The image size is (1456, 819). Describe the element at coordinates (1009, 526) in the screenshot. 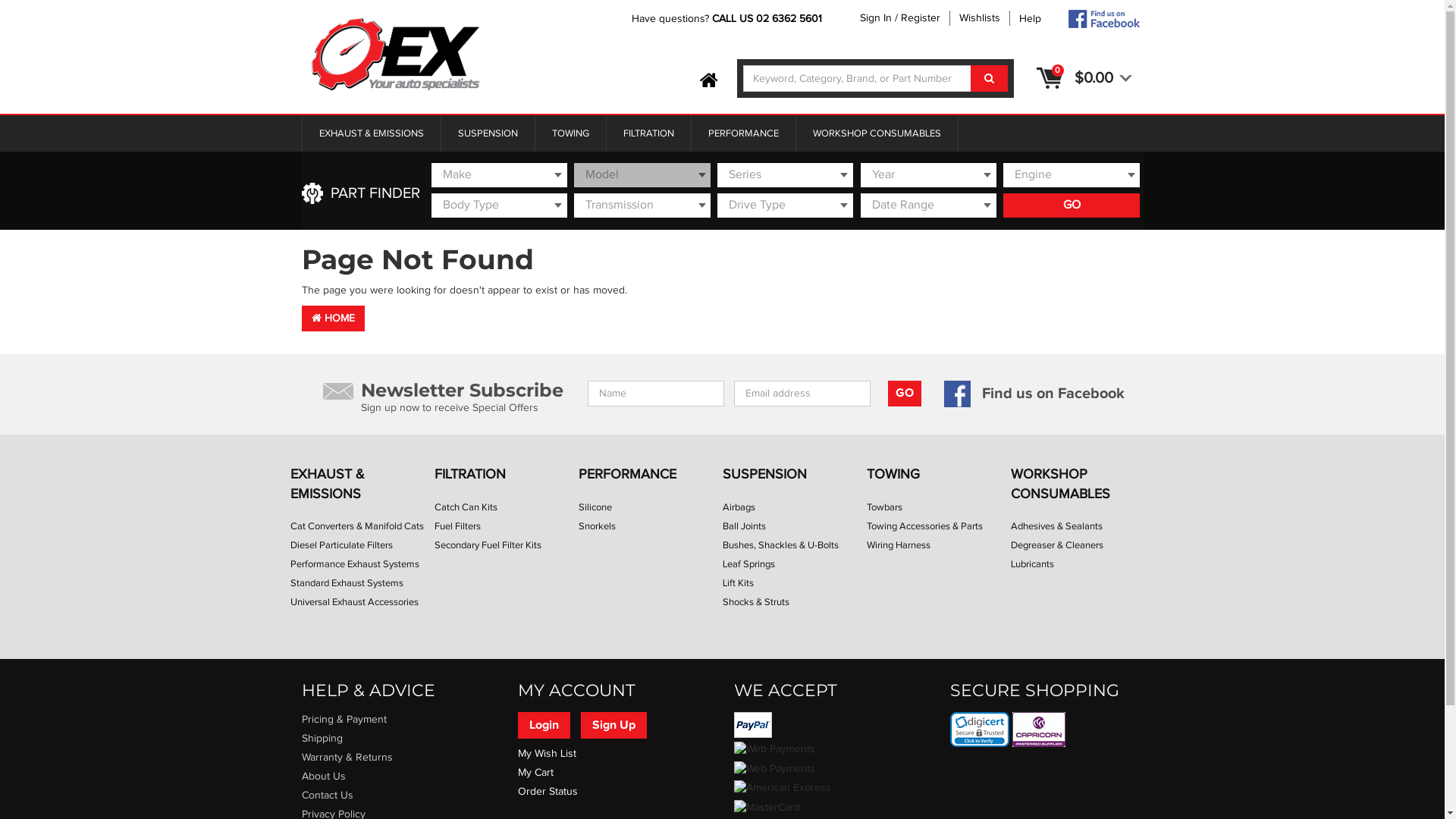

I see `'Adhesives & Sealants'` at that location.